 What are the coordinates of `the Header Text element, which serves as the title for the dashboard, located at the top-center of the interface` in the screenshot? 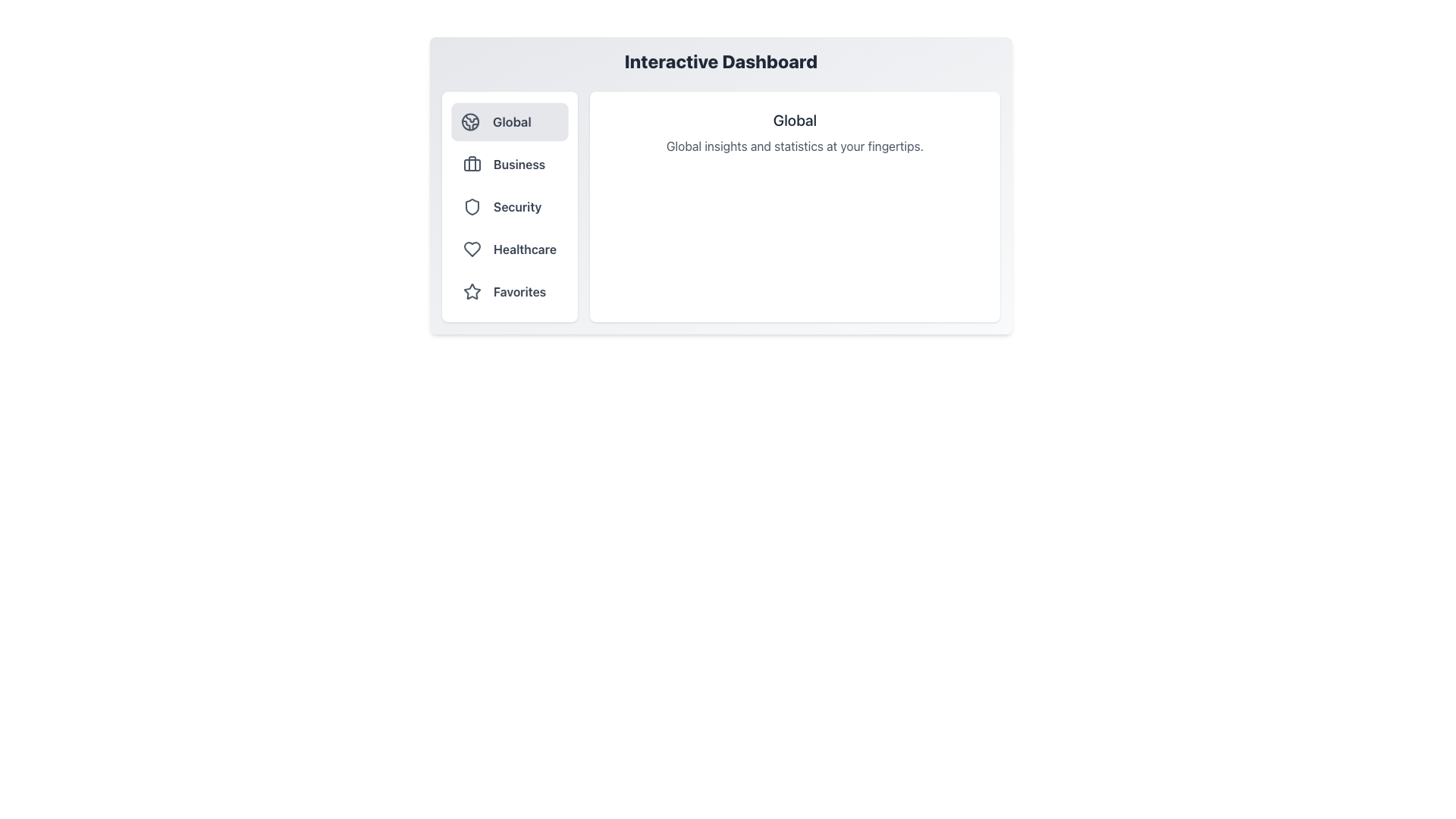 It's located at (720, 61).